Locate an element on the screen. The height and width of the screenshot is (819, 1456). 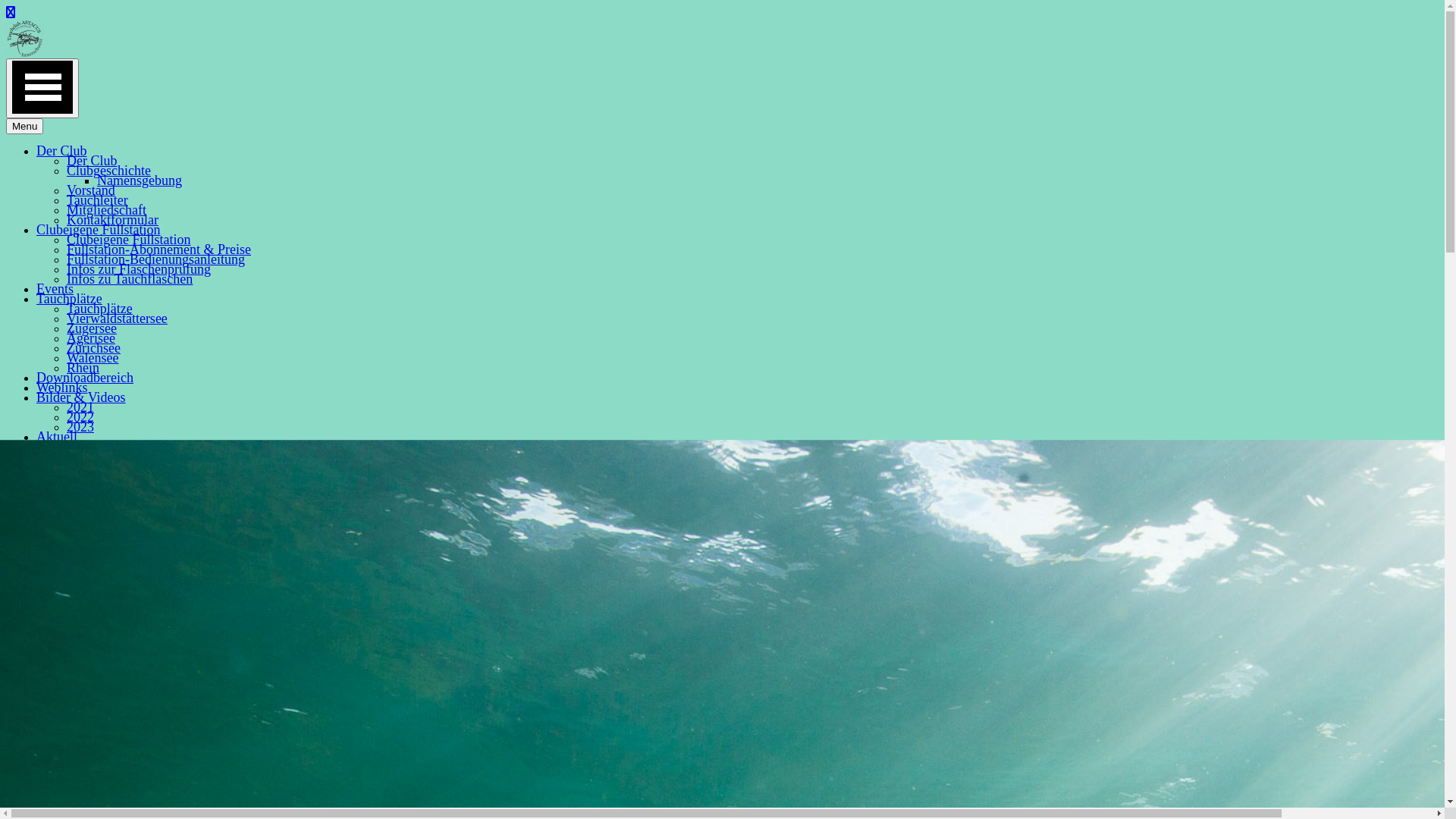
'Menu' is located at coordinates (24, 125).